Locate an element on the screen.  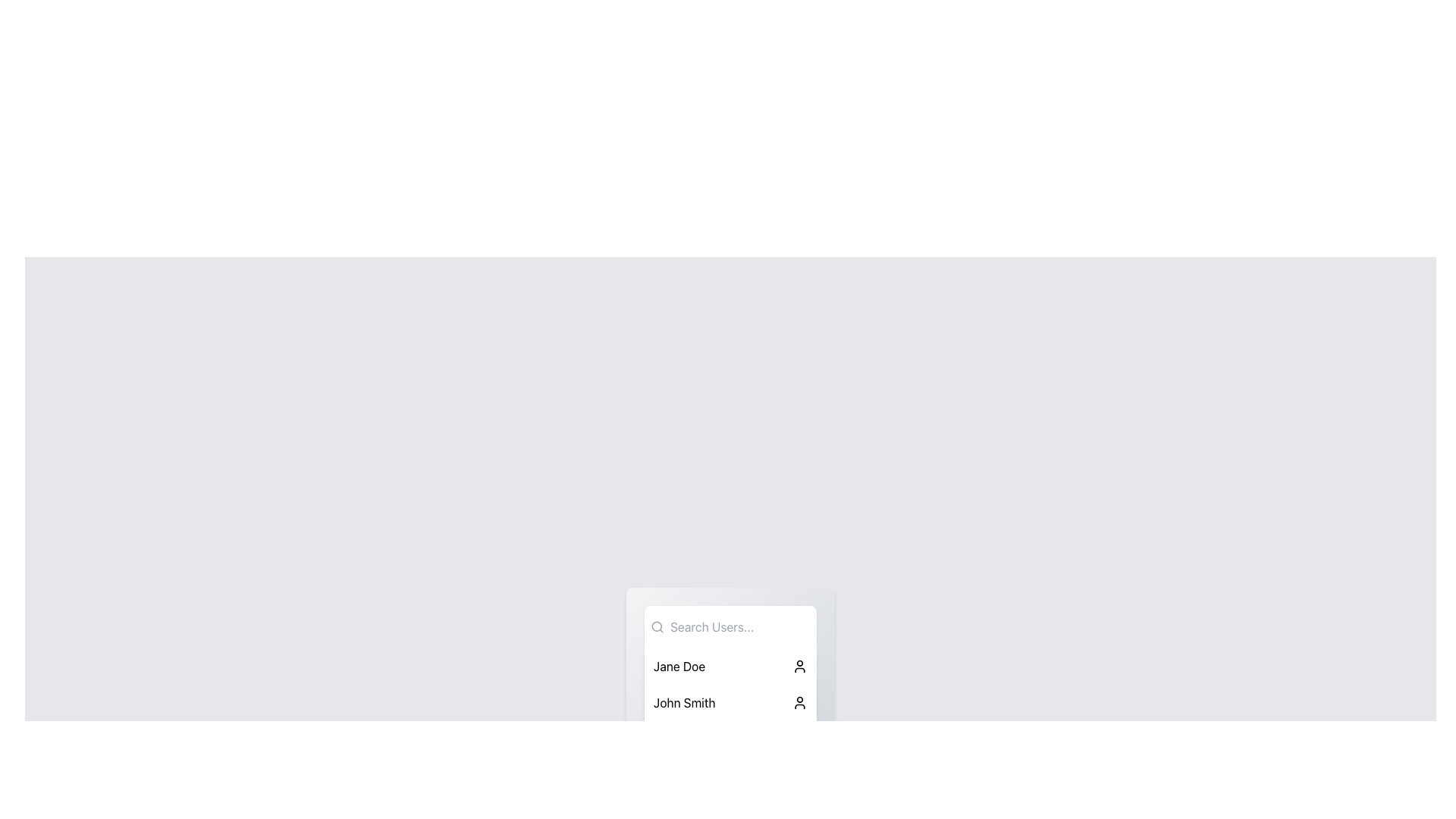
the text label displaying 'John Smith' in black font, which is located within a dropdown list beneath the 'Jane Doe' entry is located at coordinates (683, 702).